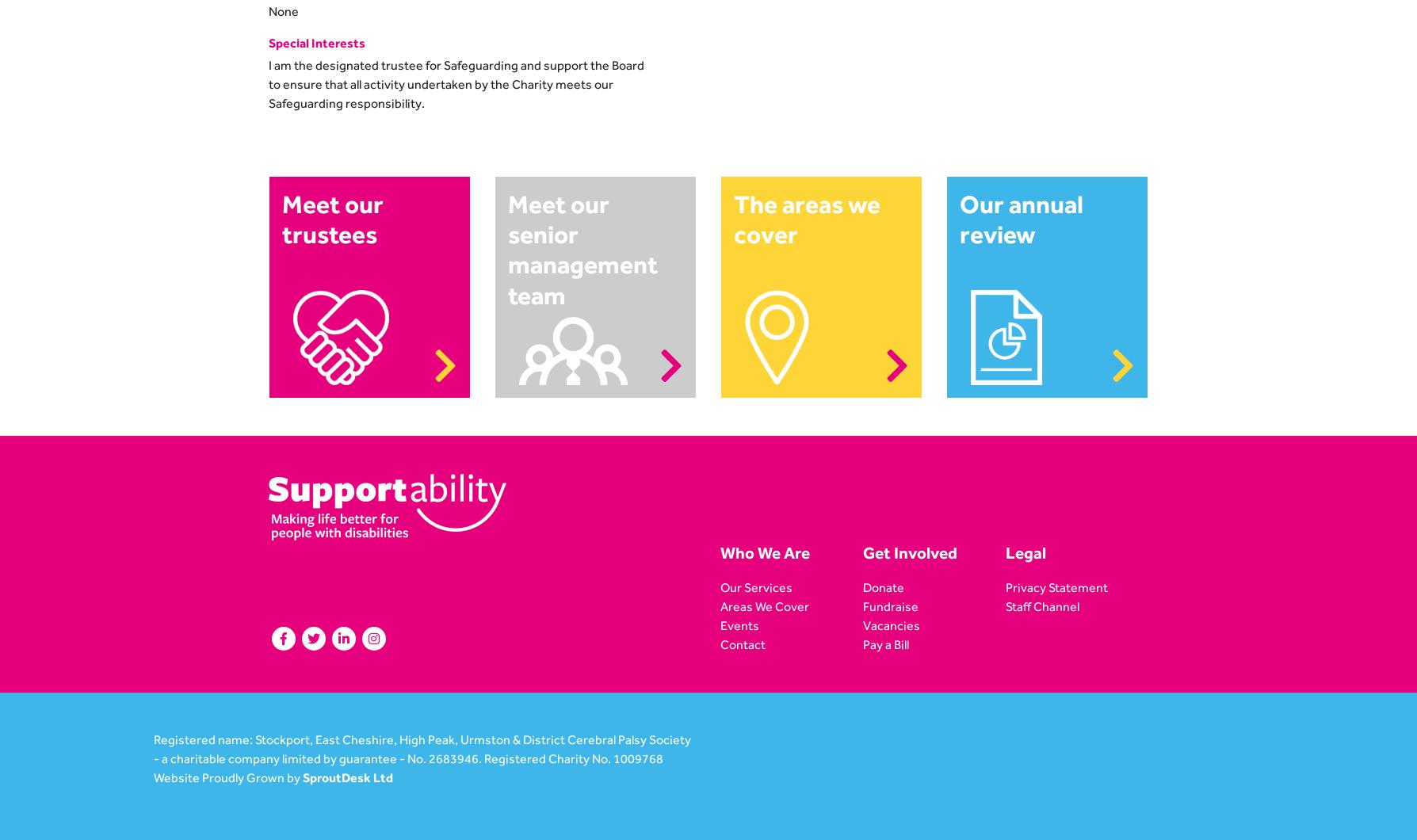  I want to click on 'Contact', so click(743, 644).